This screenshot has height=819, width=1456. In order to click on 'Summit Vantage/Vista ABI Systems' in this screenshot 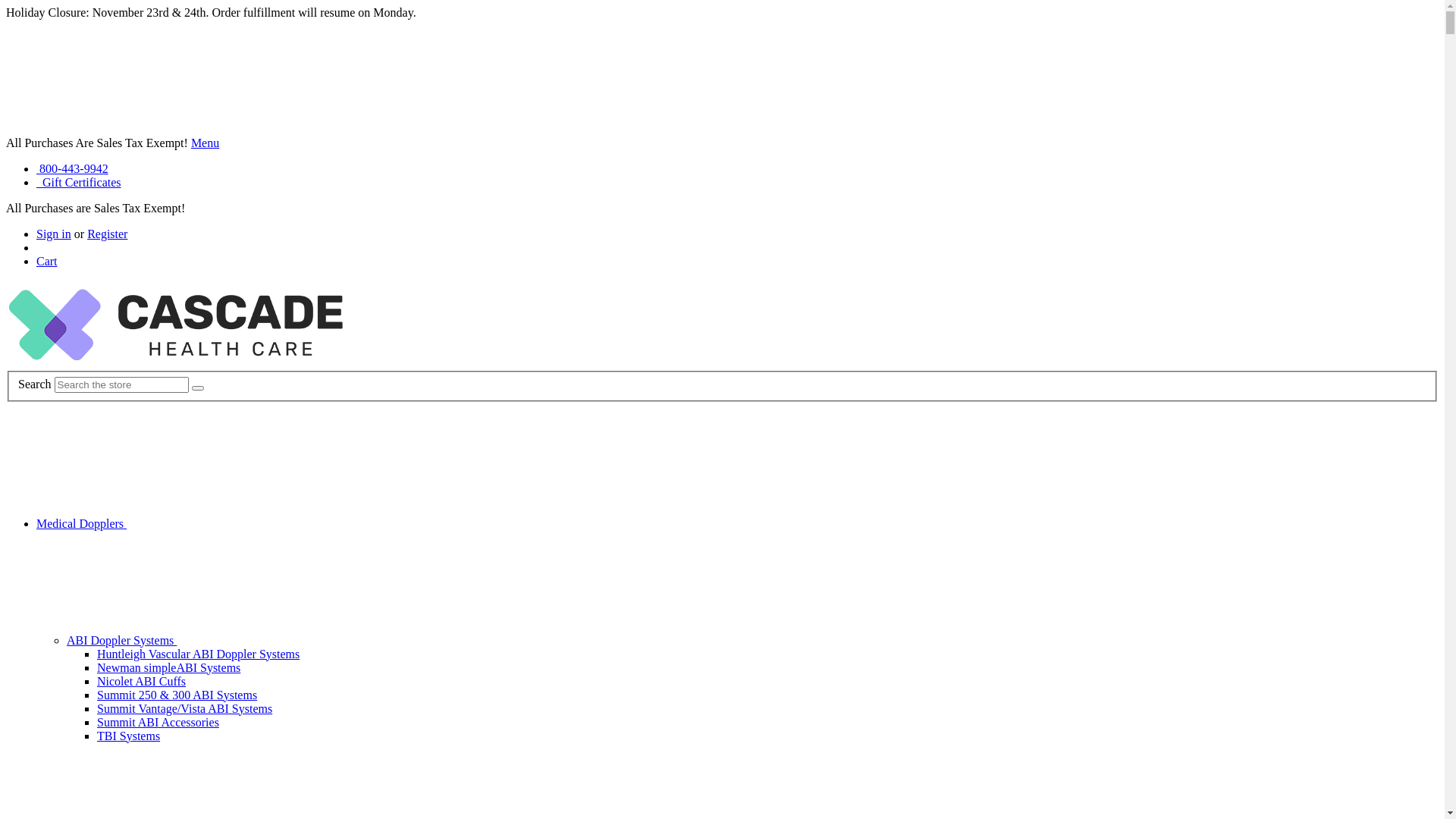, I will do `click(184, 708)`.